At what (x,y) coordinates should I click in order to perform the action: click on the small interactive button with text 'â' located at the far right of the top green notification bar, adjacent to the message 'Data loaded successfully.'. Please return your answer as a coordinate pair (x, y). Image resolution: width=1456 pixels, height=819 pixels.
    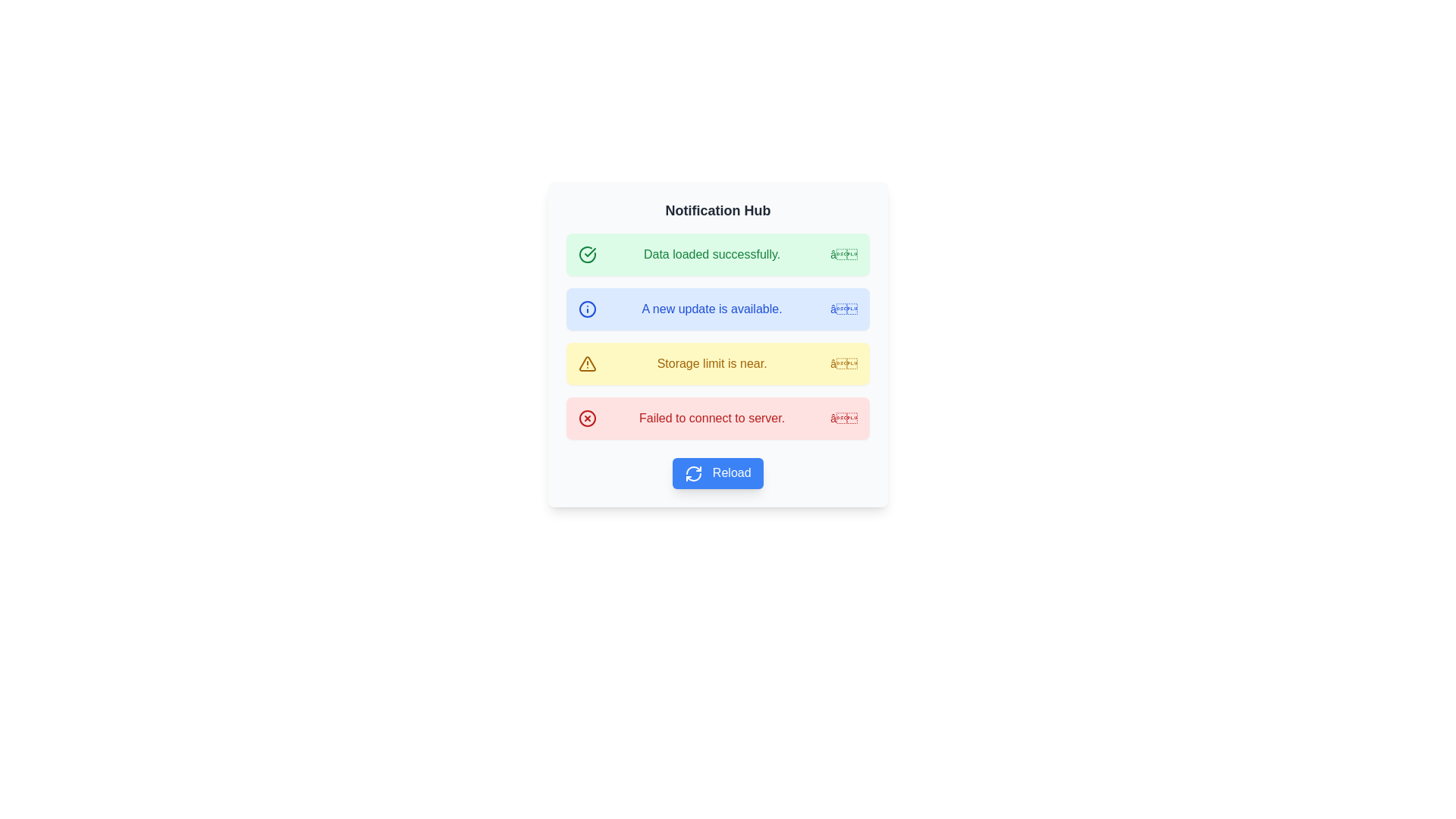
    Looking at the image, I should click on (843, 253).